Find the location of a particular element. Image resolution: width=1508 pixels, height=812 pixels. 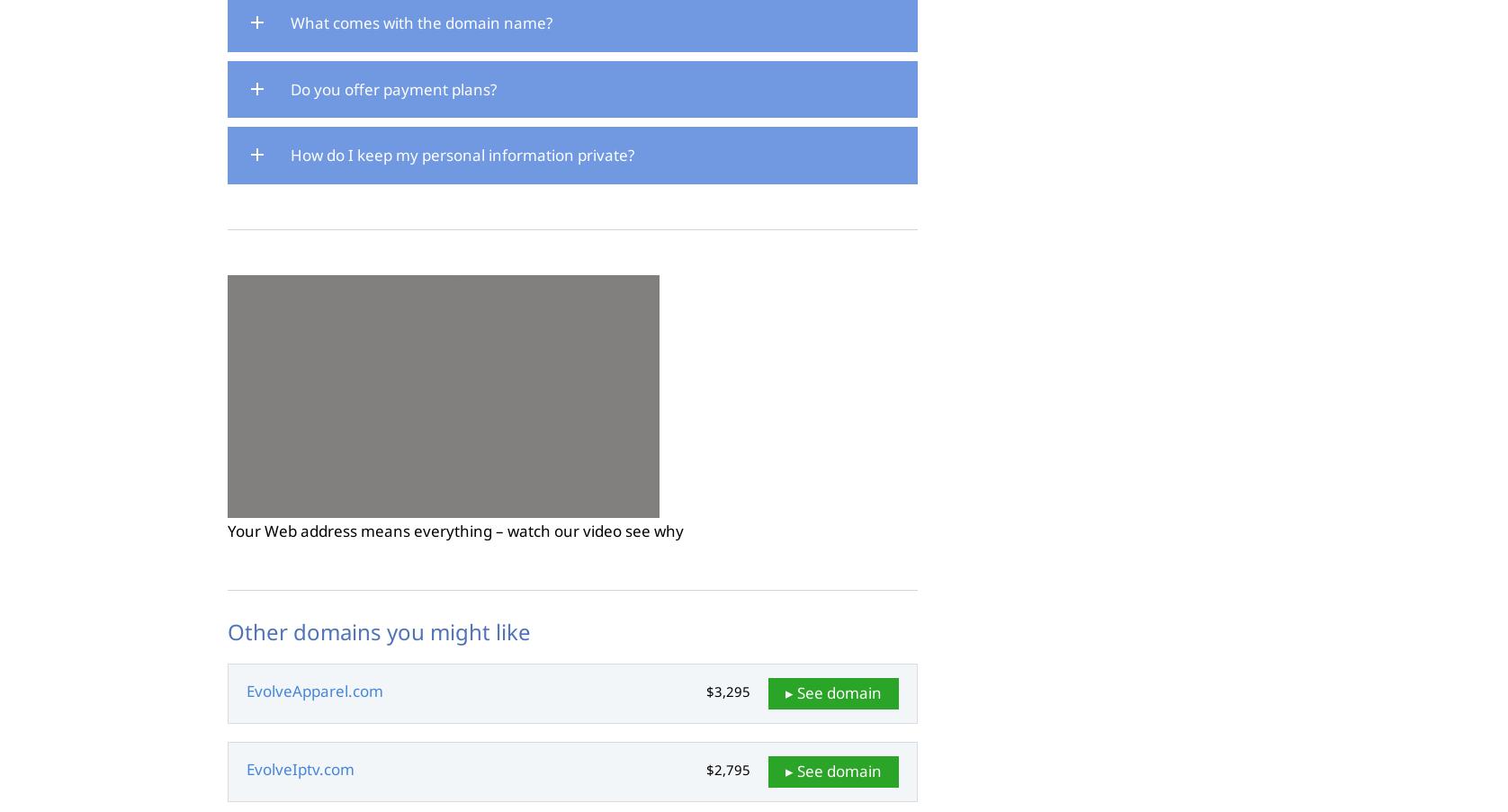

'EvolveIptv.com' is located at coordinates (300, 769).